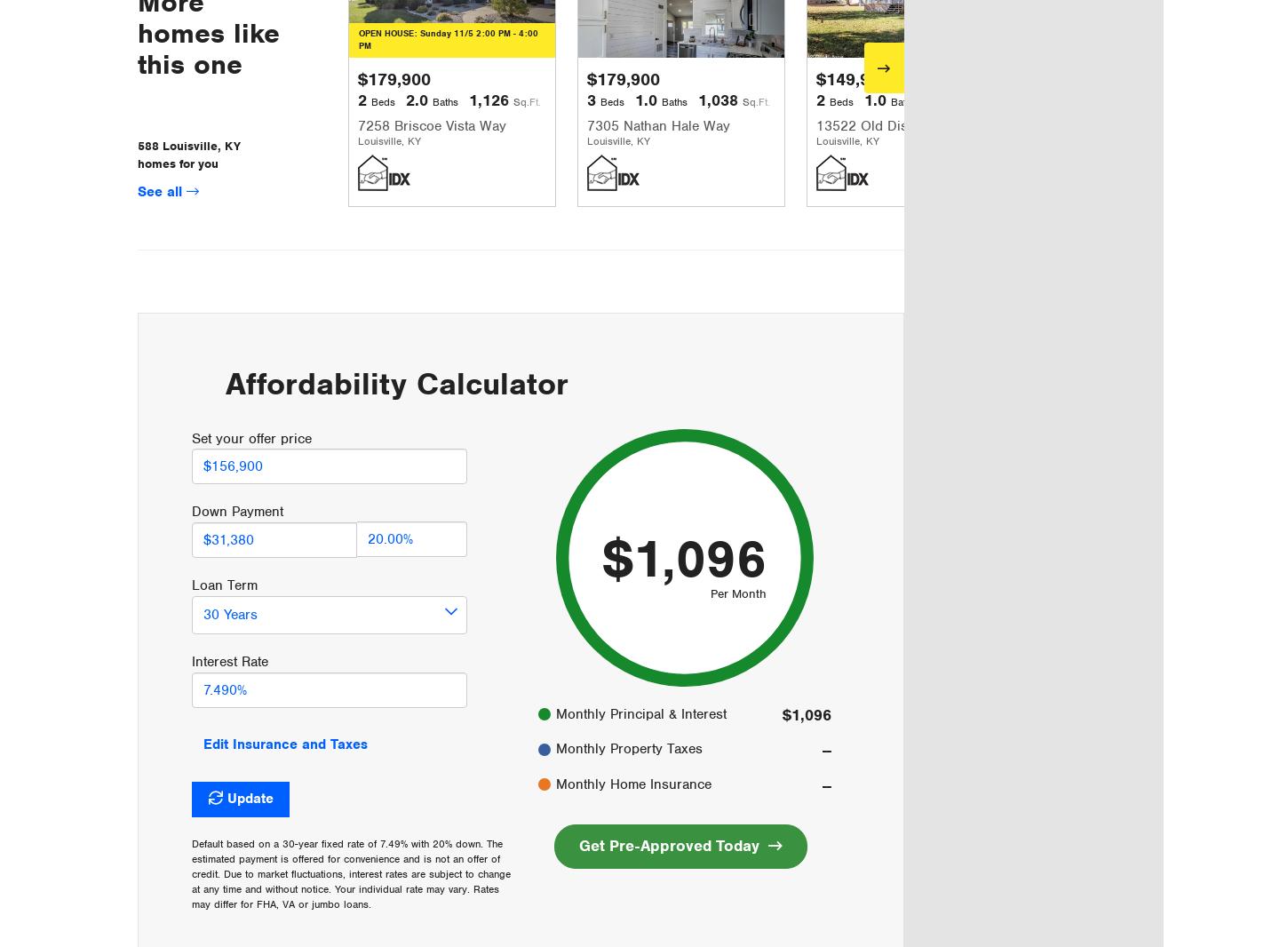 Image resolution: width=1288 pixels, height=947 pixels. What do you see at coordinates (202, 744) in the screenshot?
I see `'Edit Insurance and Taxes'` at bounding box center [202, 744].